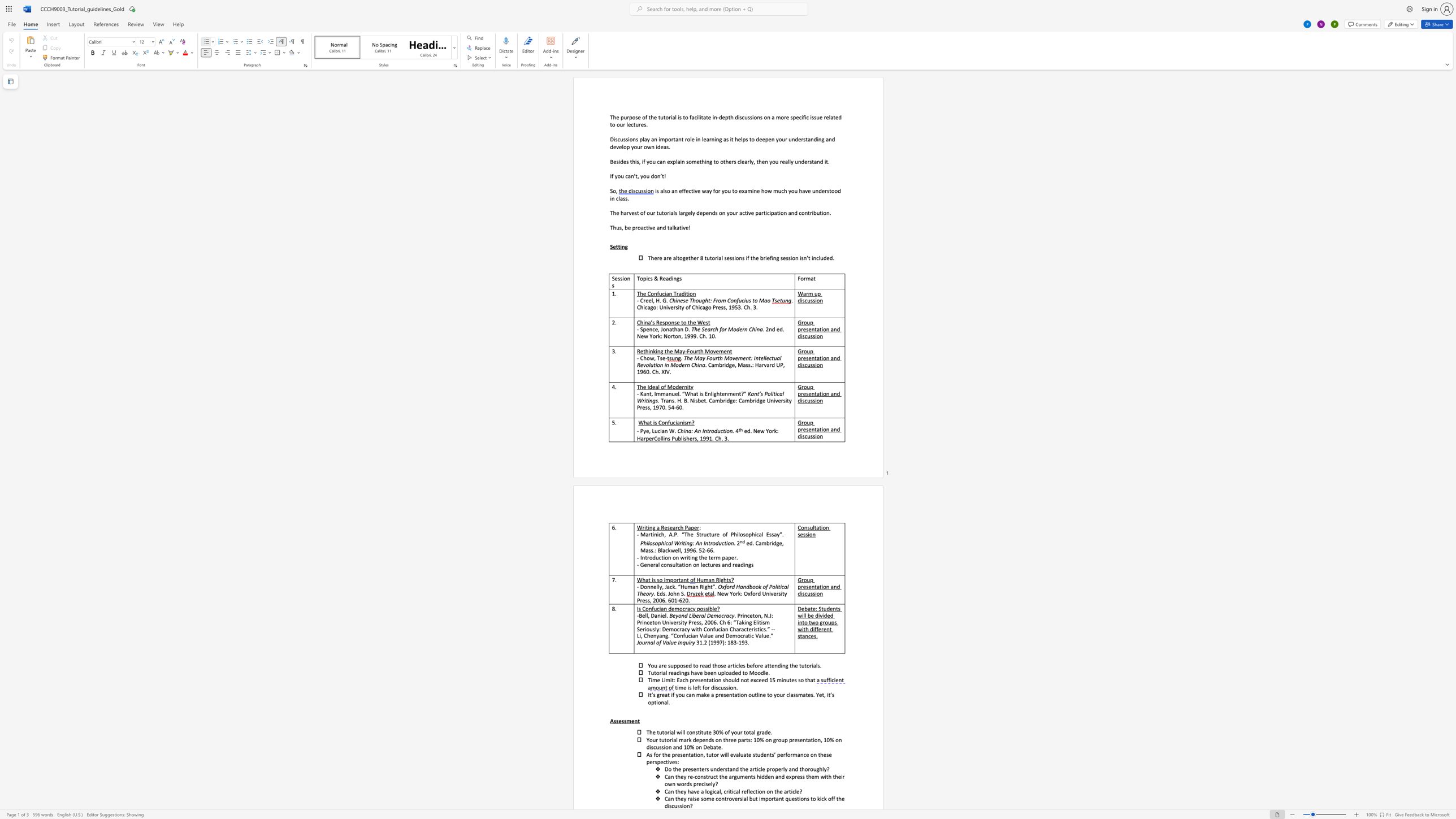  What do you see at coordinates (662, 293) in the screenshot?
I see `the 1th character "c" in the text` at bounding box center [662, 293].